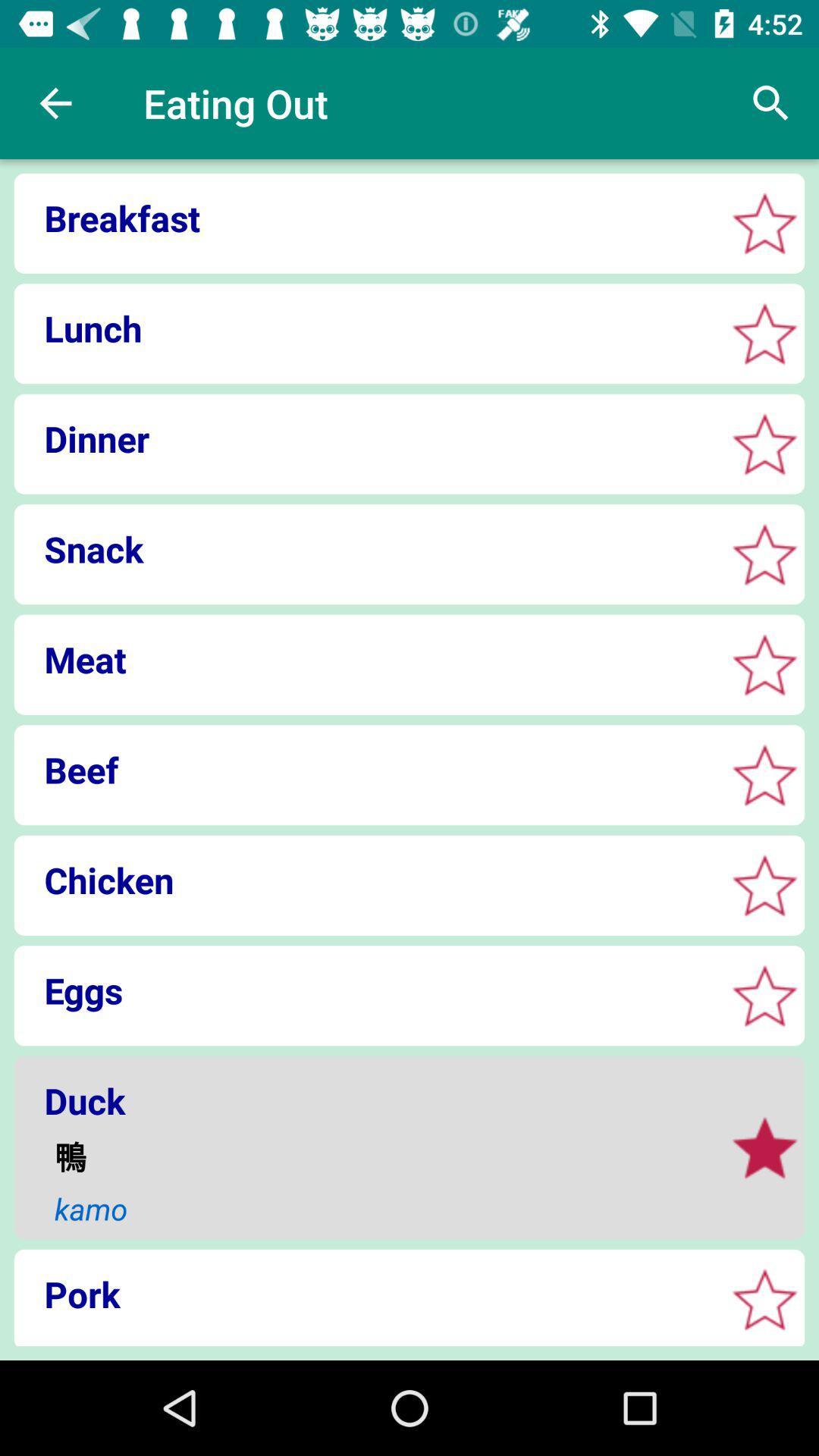  I want to click on this is a favorite button, so click(764, 1298).